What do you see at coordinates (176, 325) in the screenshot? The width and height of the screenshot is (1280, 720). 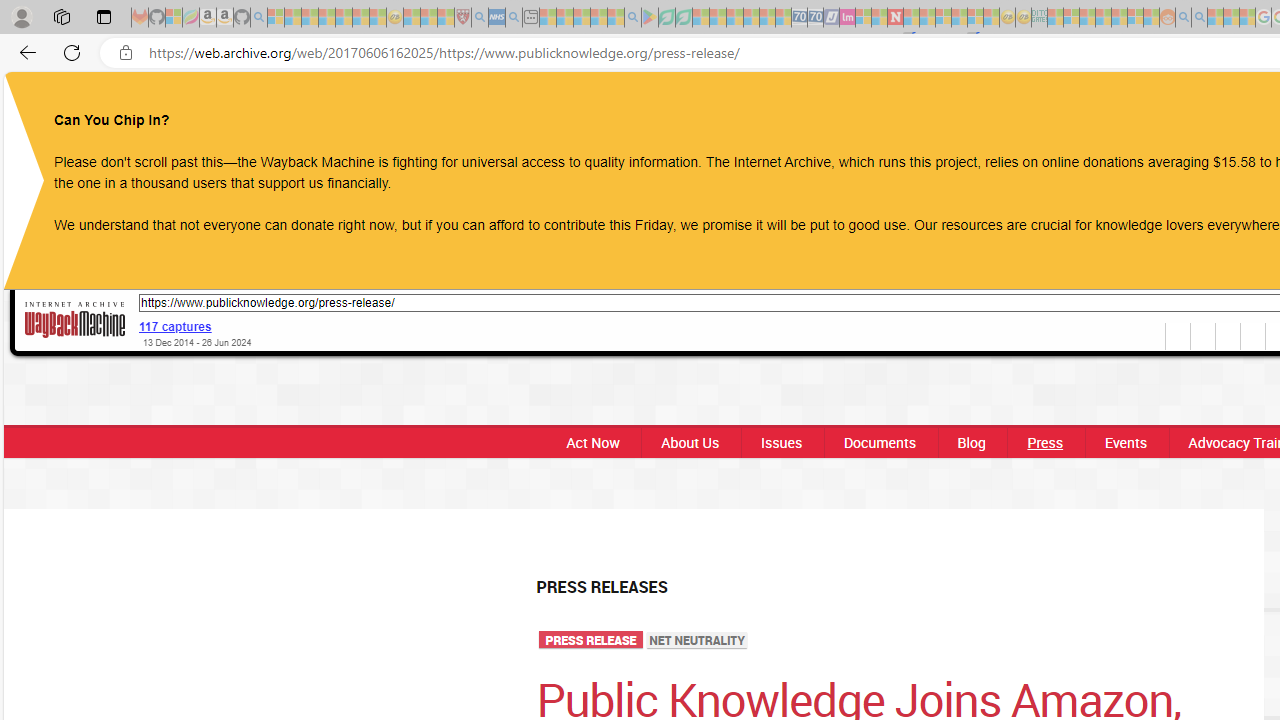 I see `'117 captures'` at bounding box center [176, 325].